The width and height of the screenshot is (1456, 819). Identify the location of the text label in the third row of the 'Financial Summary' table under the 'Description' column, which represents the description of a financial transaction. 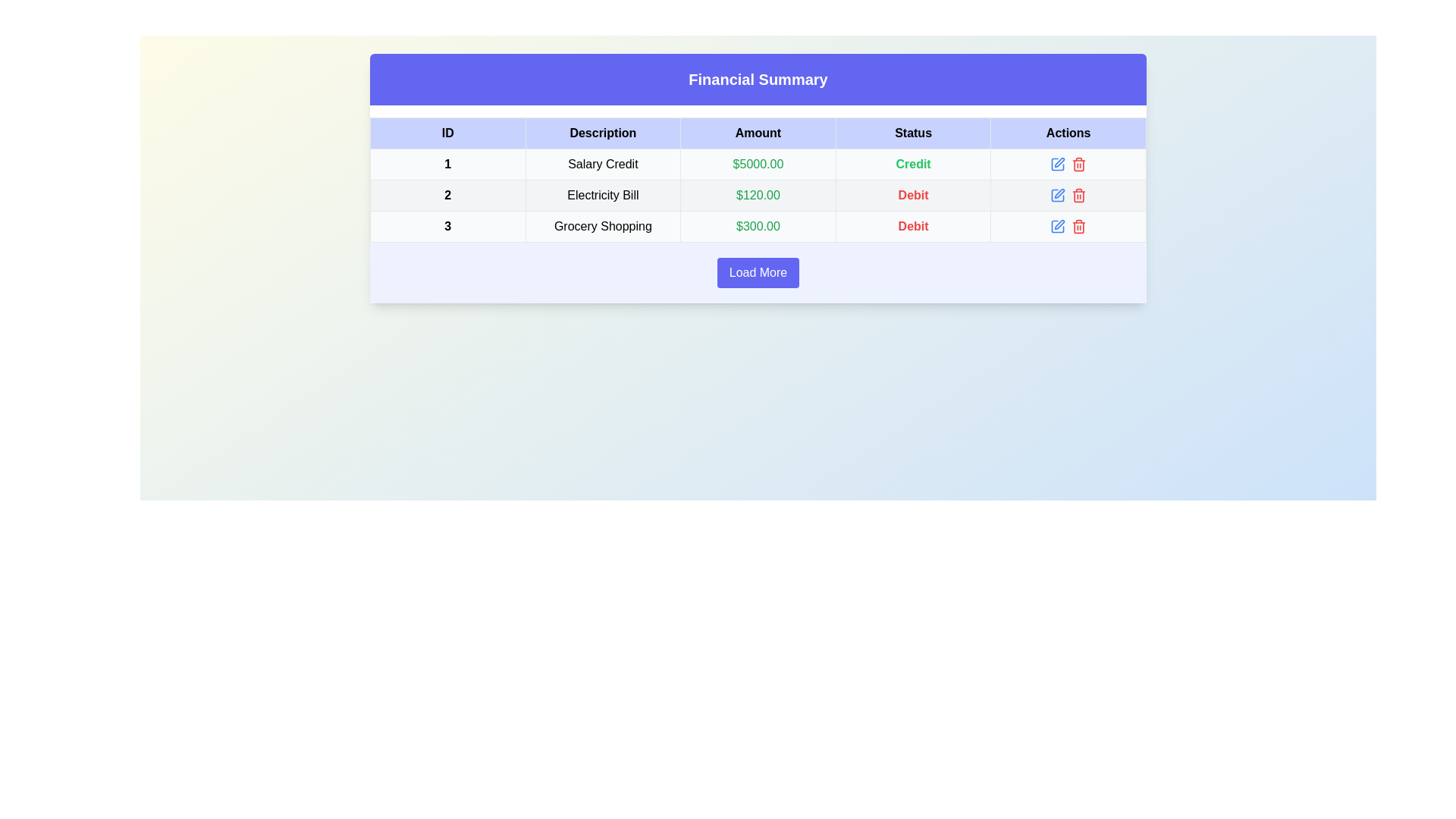
(602, 227).